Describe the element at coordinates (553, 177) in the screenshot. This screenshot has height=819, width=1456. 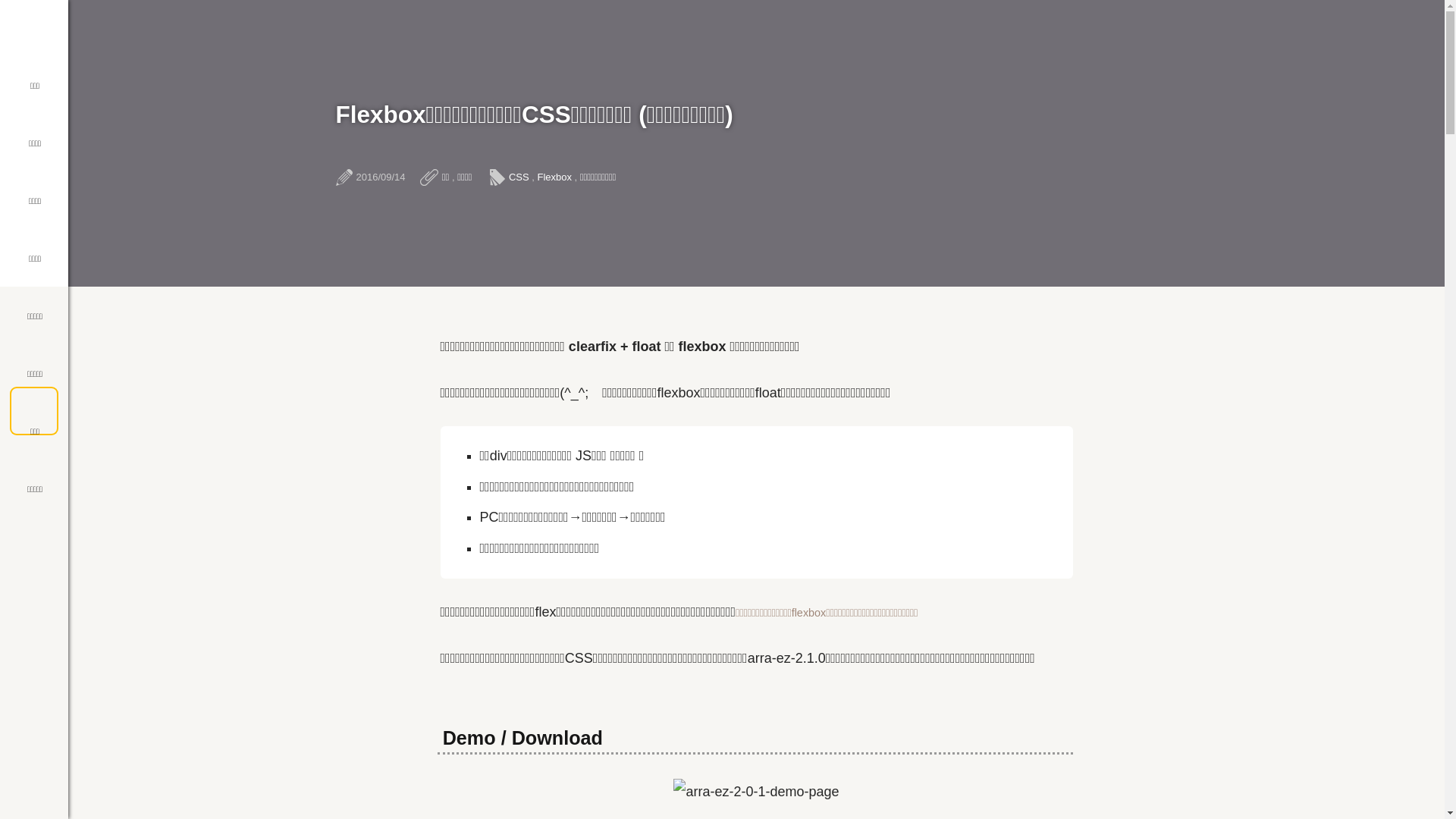
I see `'Flexbox'` at that location.